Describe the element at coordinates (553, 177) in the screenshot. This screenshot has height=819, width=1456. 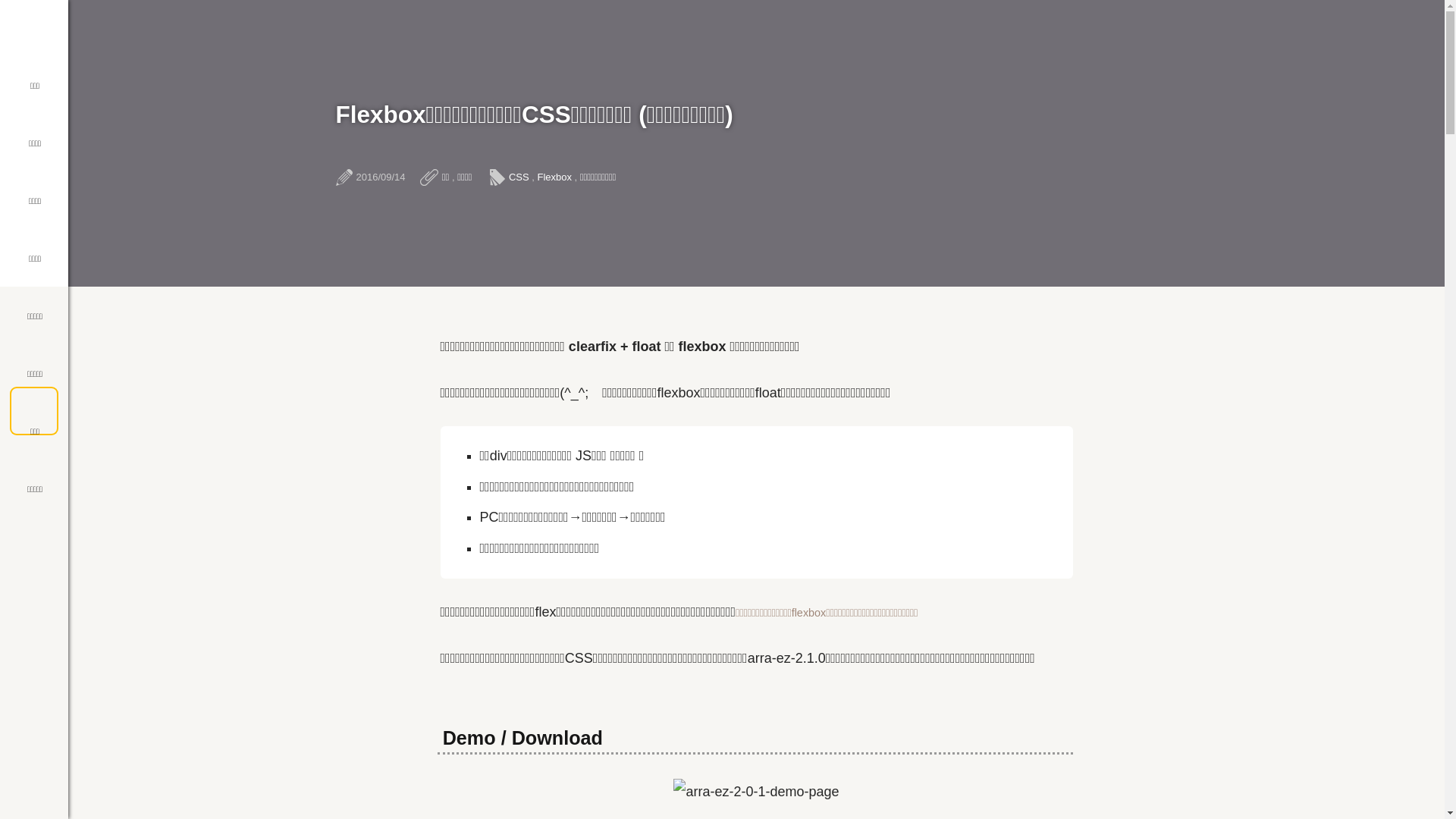
I see `'Flexbox'` at that location.